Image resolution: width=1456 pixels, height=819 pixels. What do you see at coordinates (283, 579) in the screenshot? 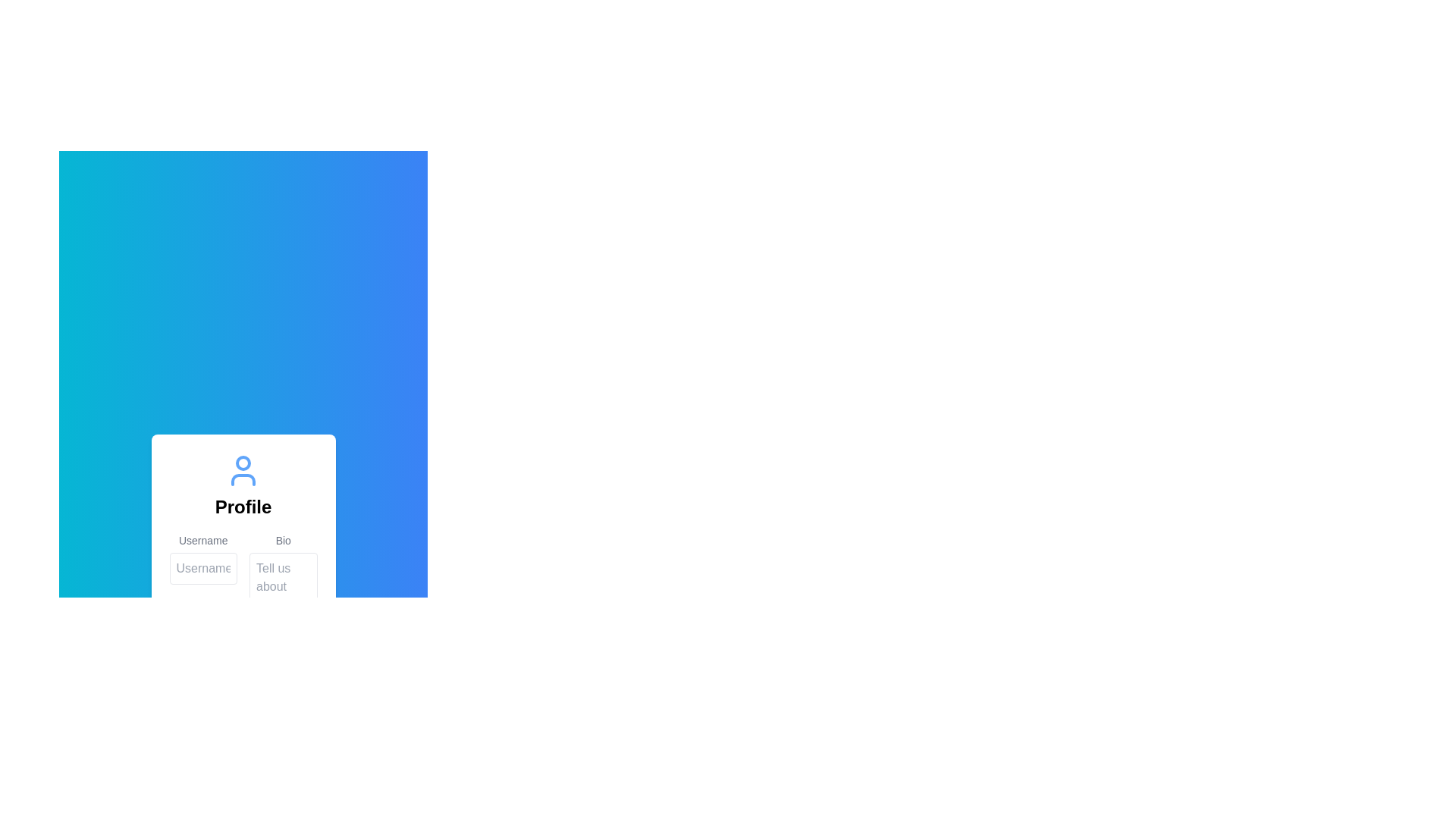
I see `the Textarea located in the right-hand column of the profile grid layout, next to the 'Username' section, to focus and type in it` at bounding box center [283, 579].